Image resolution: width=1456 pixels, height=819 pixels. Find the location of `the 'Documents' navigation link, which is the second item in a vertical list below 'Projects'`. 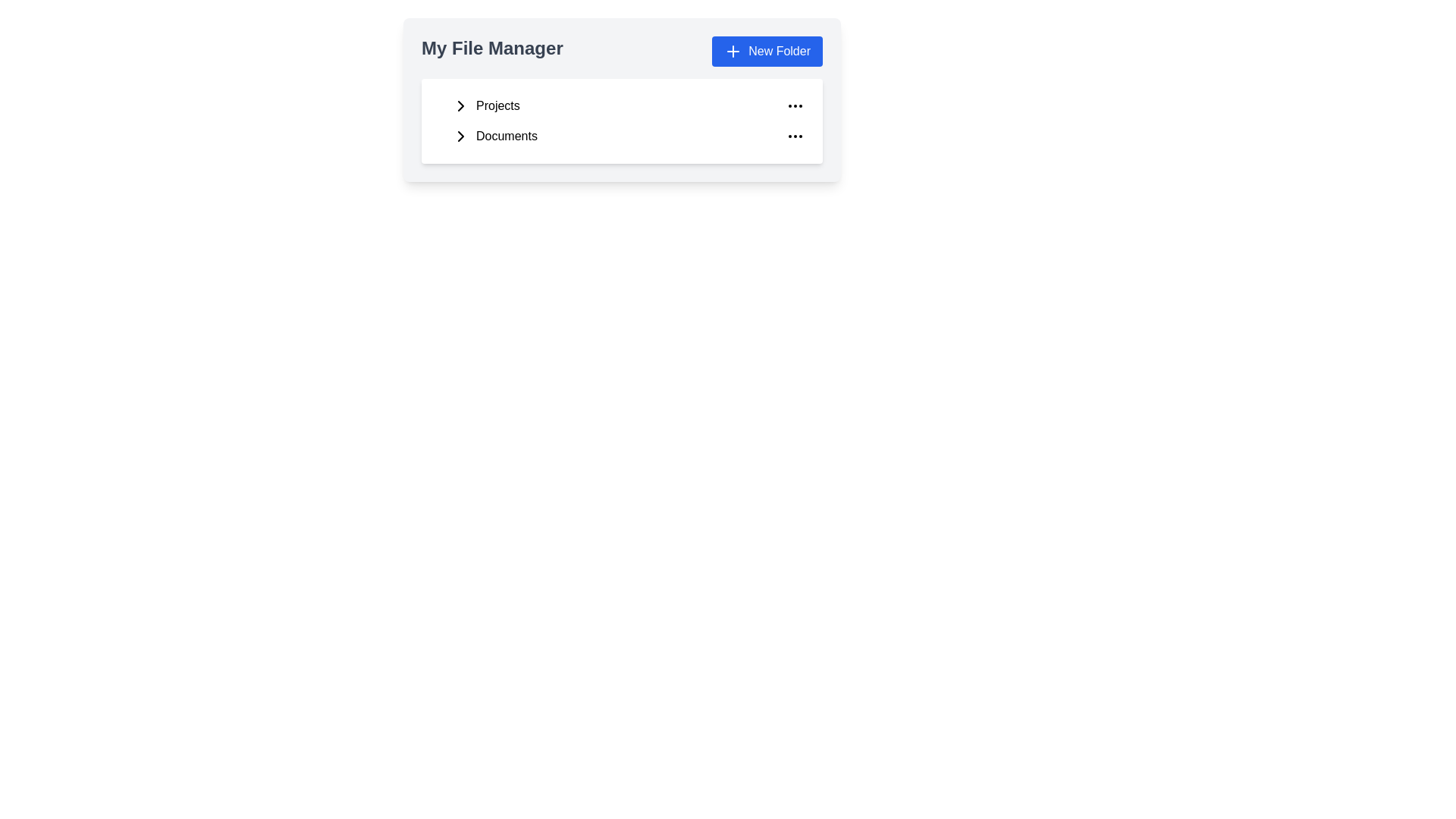

the 'Documents' navigation link, which is the second item in a vertical list below 'Projects' is located at coordinates (507, 136).